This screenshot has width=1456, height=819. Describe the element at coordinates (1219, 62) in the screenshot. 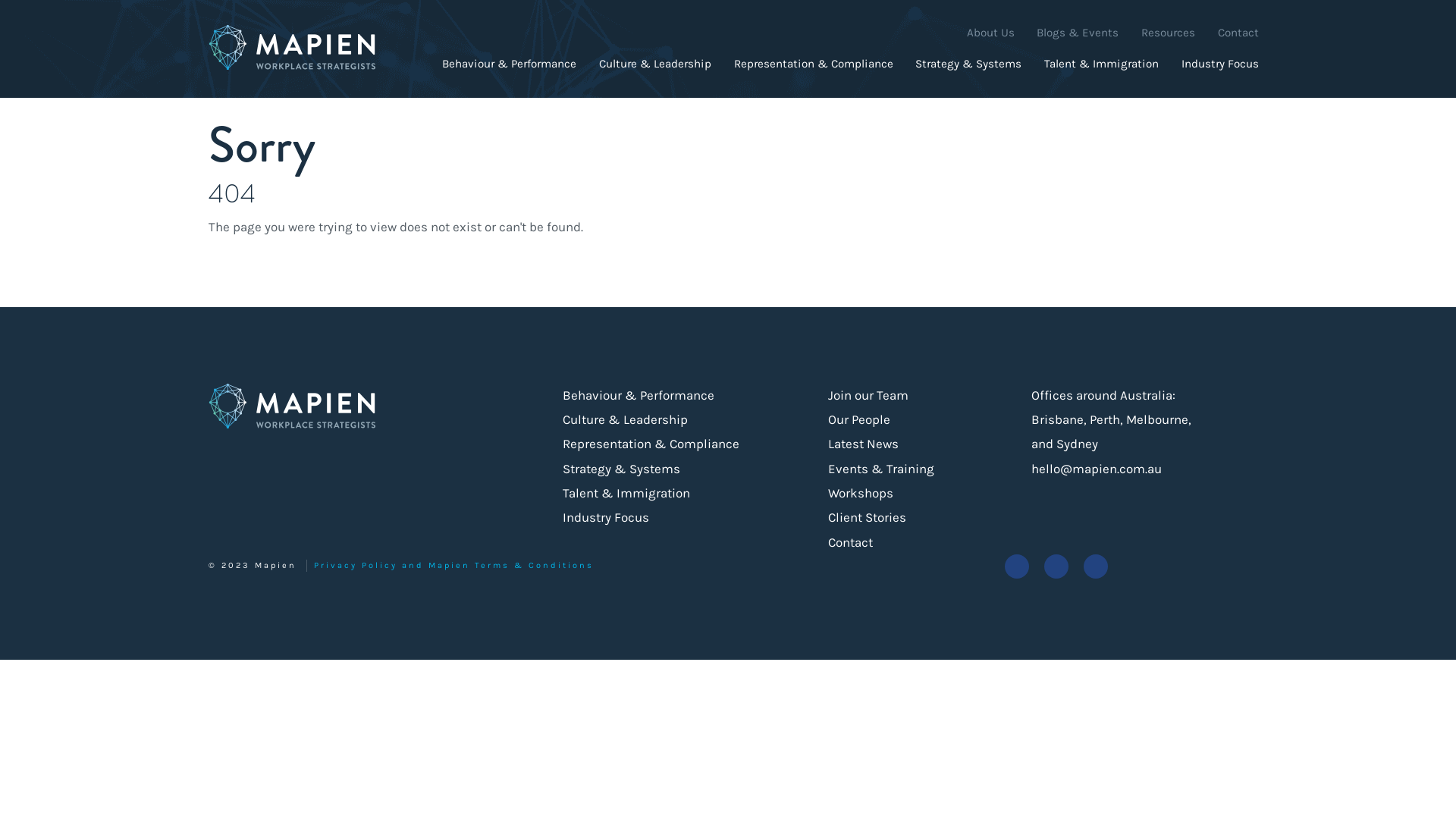

I see `'Industry Focus'` at that location.